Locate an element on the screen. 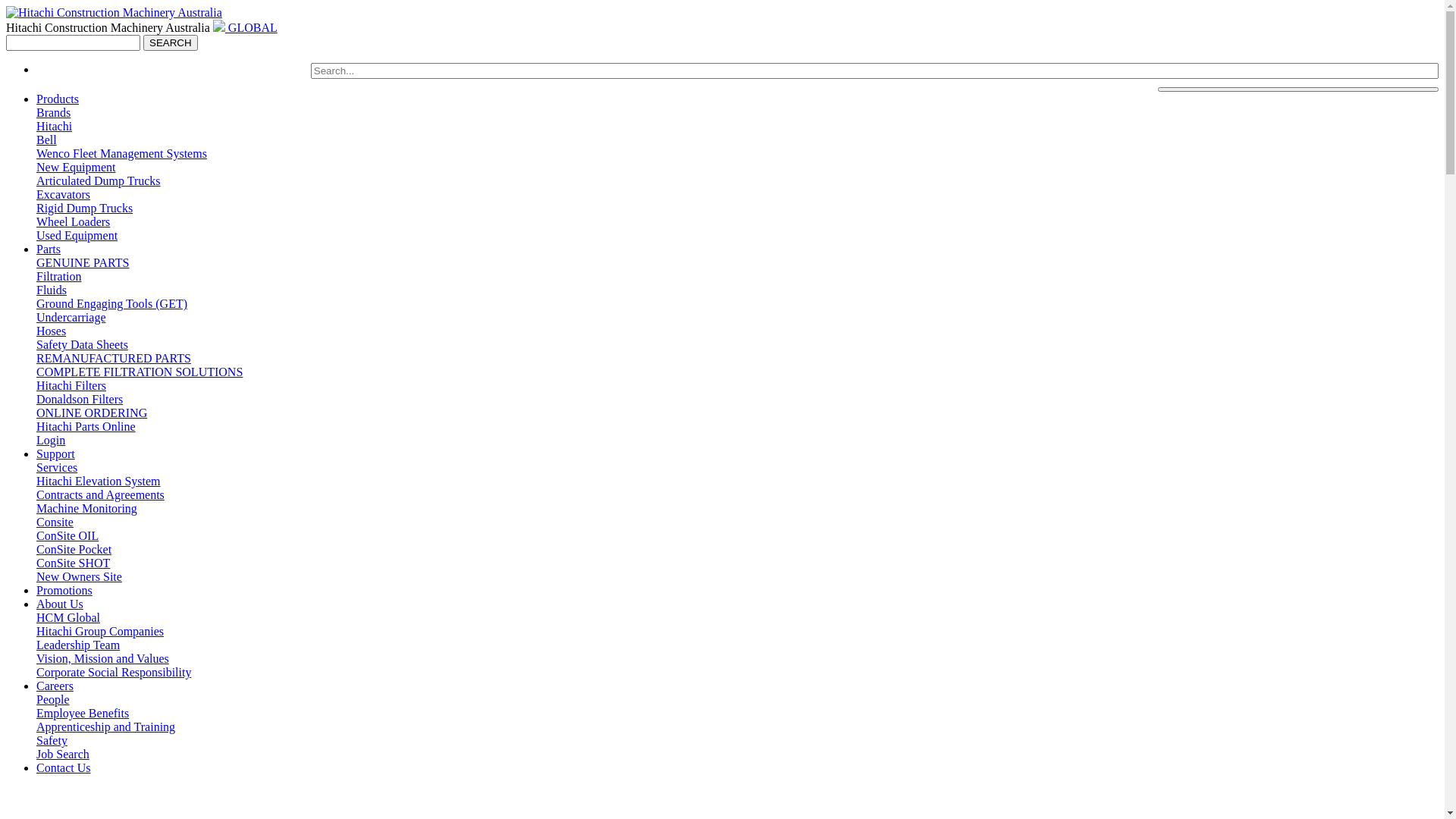  'Brands' is located at coordinates (53, 111).